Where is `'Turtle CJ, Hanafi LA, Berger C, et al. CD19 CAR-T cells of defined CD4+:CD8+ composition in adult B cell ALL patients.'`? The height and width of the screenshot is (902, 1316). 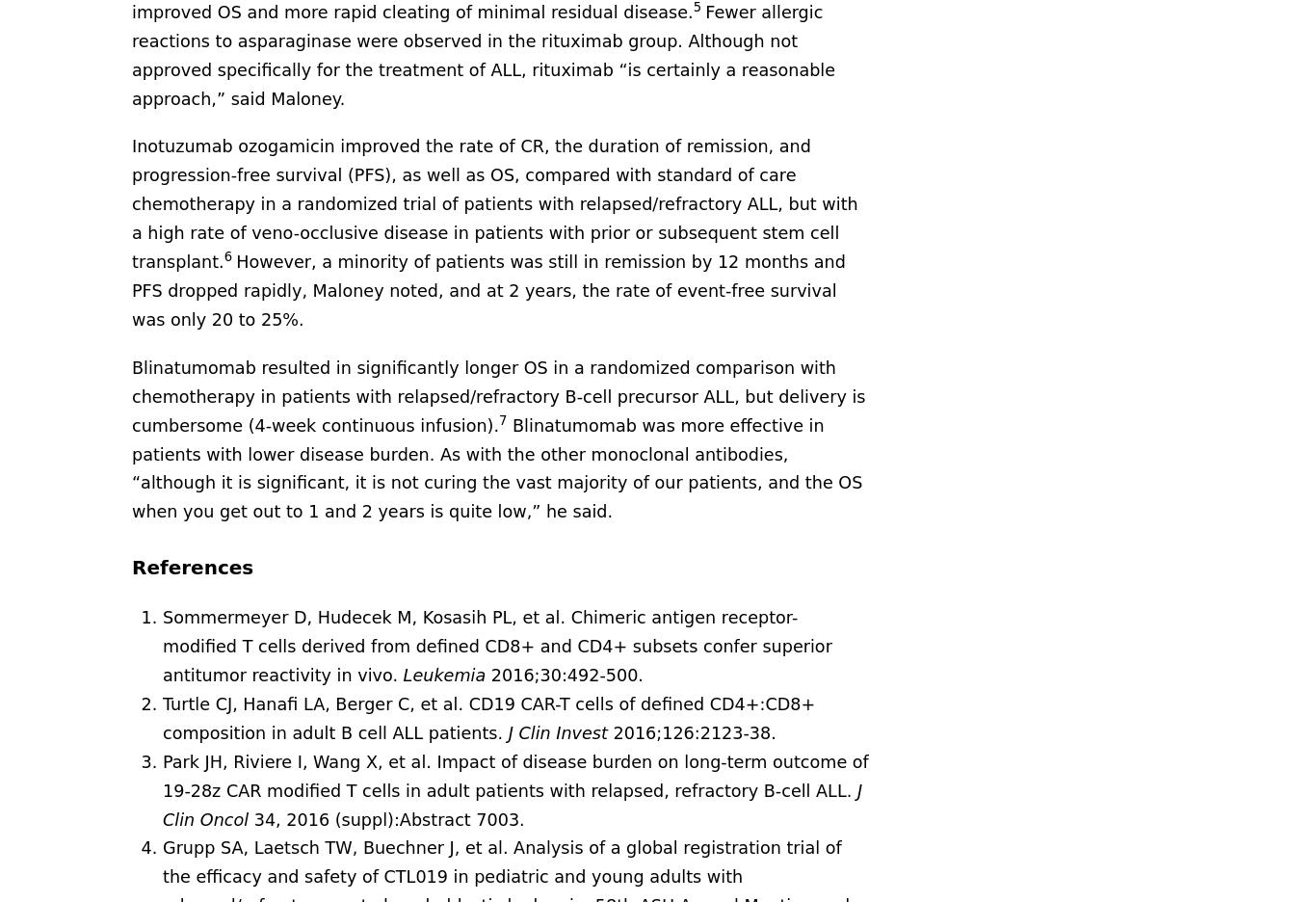 'Turtle CJ, Hanafi LA, Berger C, et al. CD19 CAR-T cells of defined CD4+:CD8+ composition in adult B cell ALL patients.' is located at coordinates (488, 717).